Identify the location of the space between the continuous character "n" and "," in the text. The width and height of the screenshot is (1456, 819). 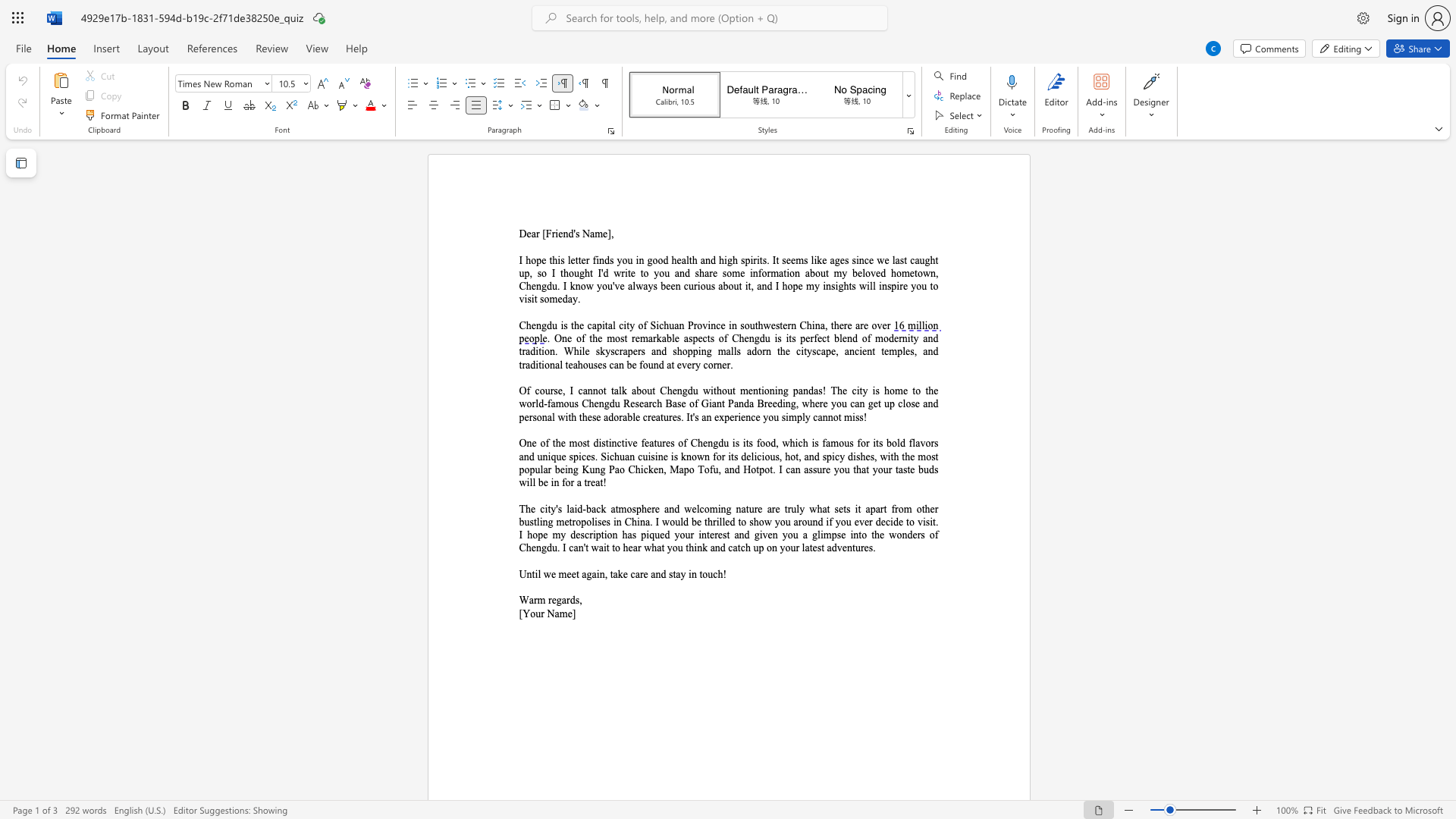
(603, 574).